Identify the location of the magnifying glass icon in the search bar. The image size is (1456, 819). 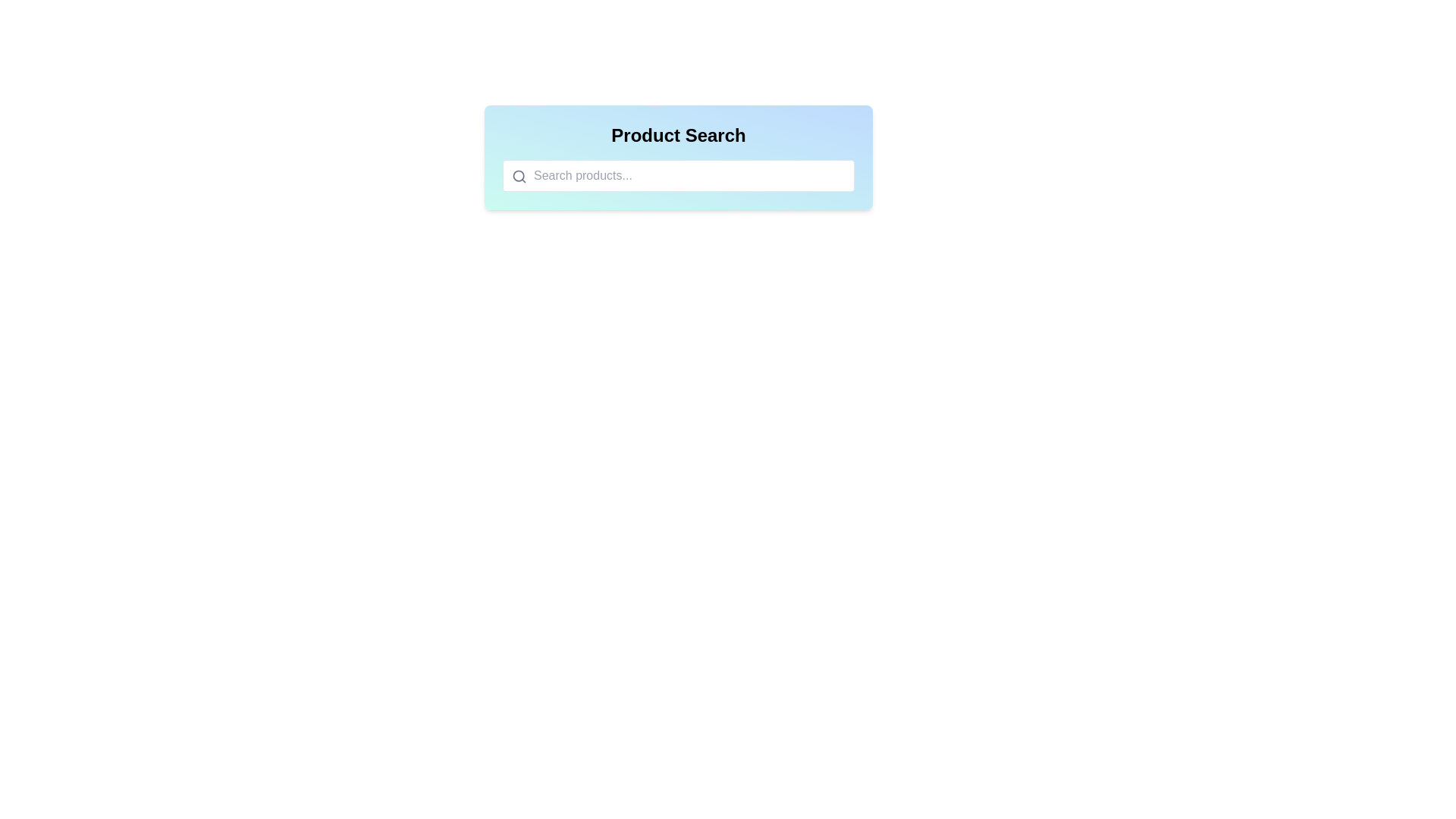
(519, 175).